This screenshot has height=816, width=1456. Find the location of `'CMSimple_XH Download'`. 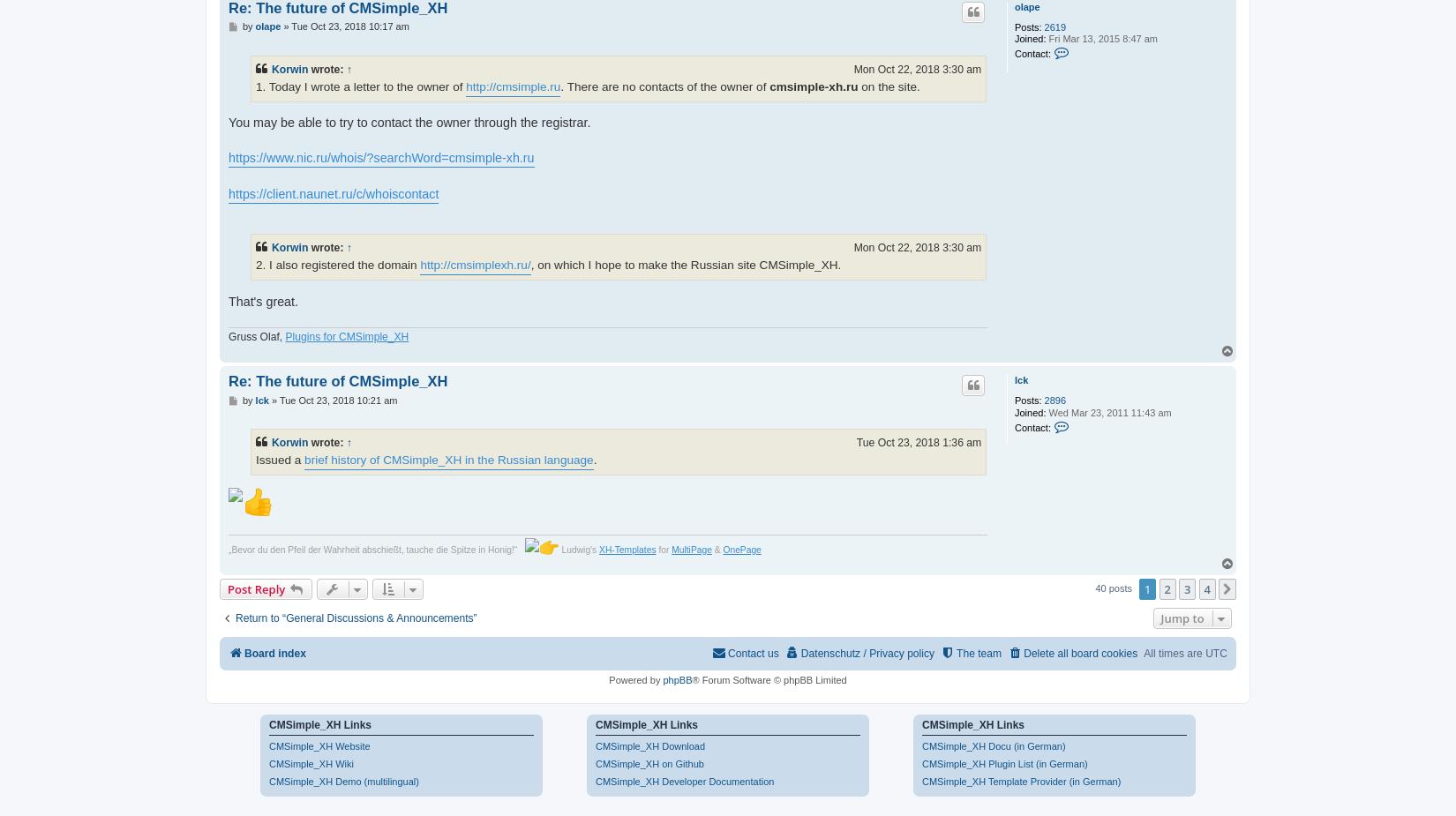

'CMSimple_XH Download' is located at coordinates (649, 745).